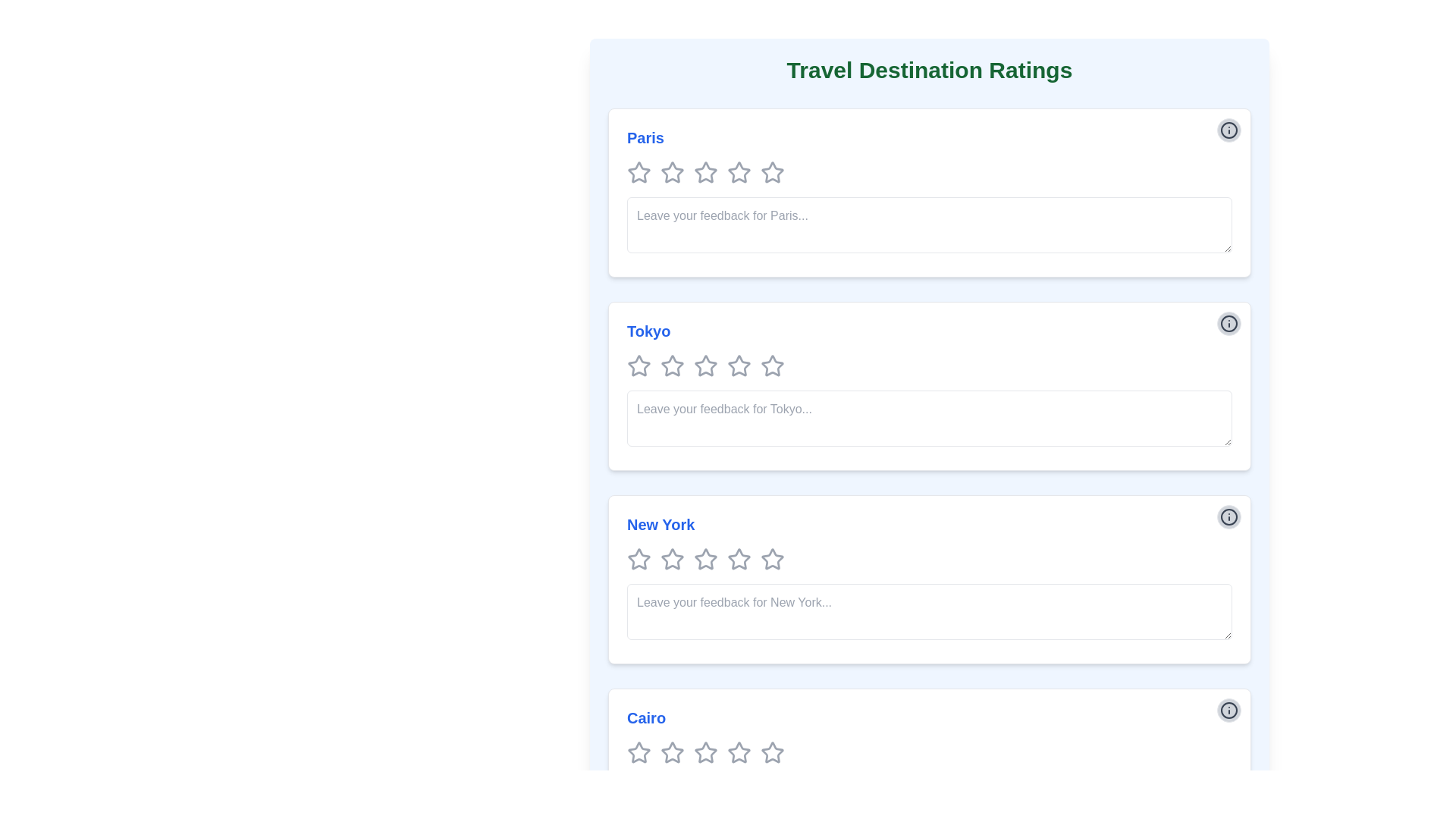 The height and width of the screenshot is (819, 1456). I want to click on the text label displaying 'Paris', which is styled in blue and positioned at the top of its section, just above the rating stars and feedback input box, so click(645, 137).